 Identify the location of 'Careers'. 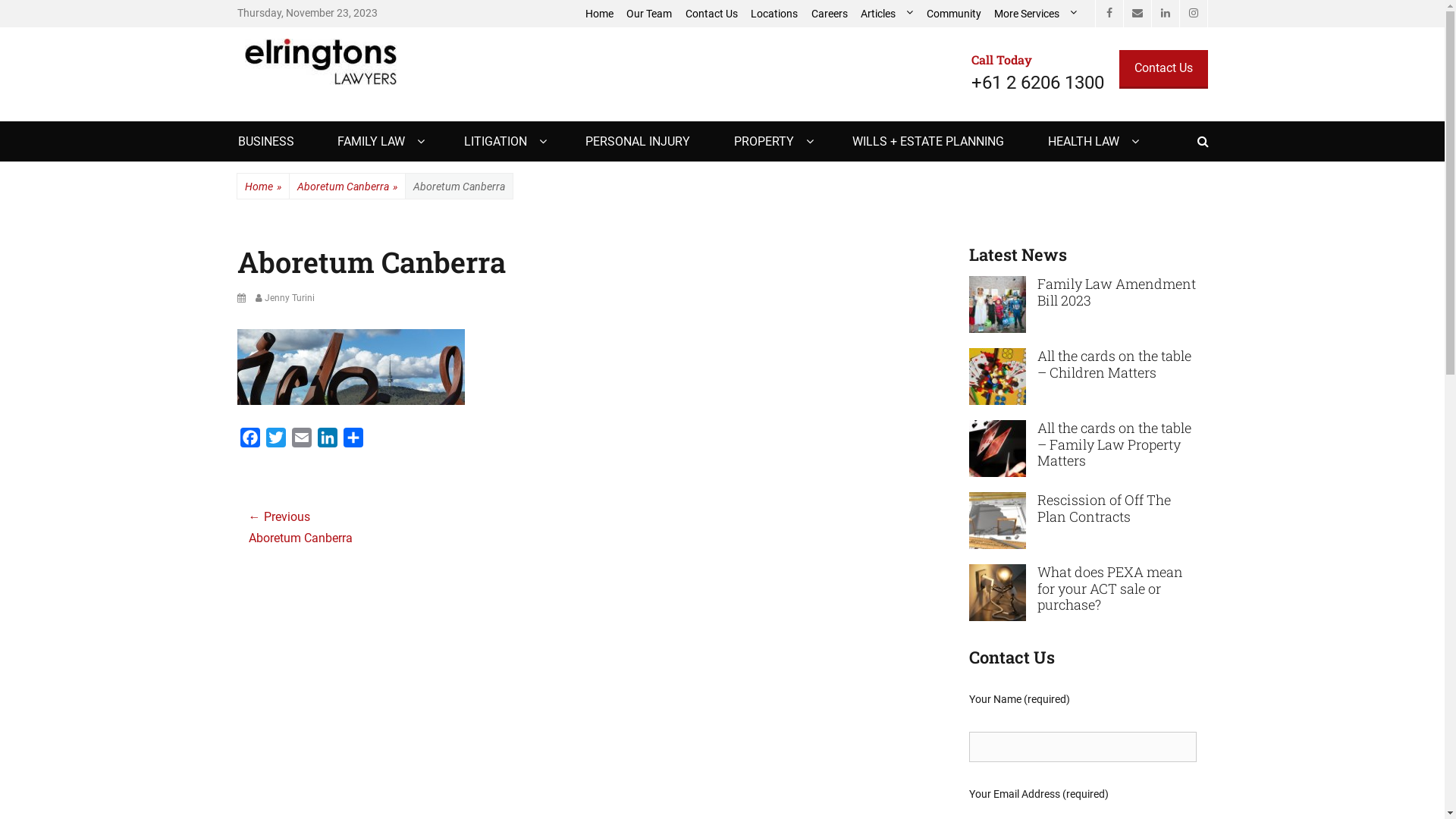
(803, 14).